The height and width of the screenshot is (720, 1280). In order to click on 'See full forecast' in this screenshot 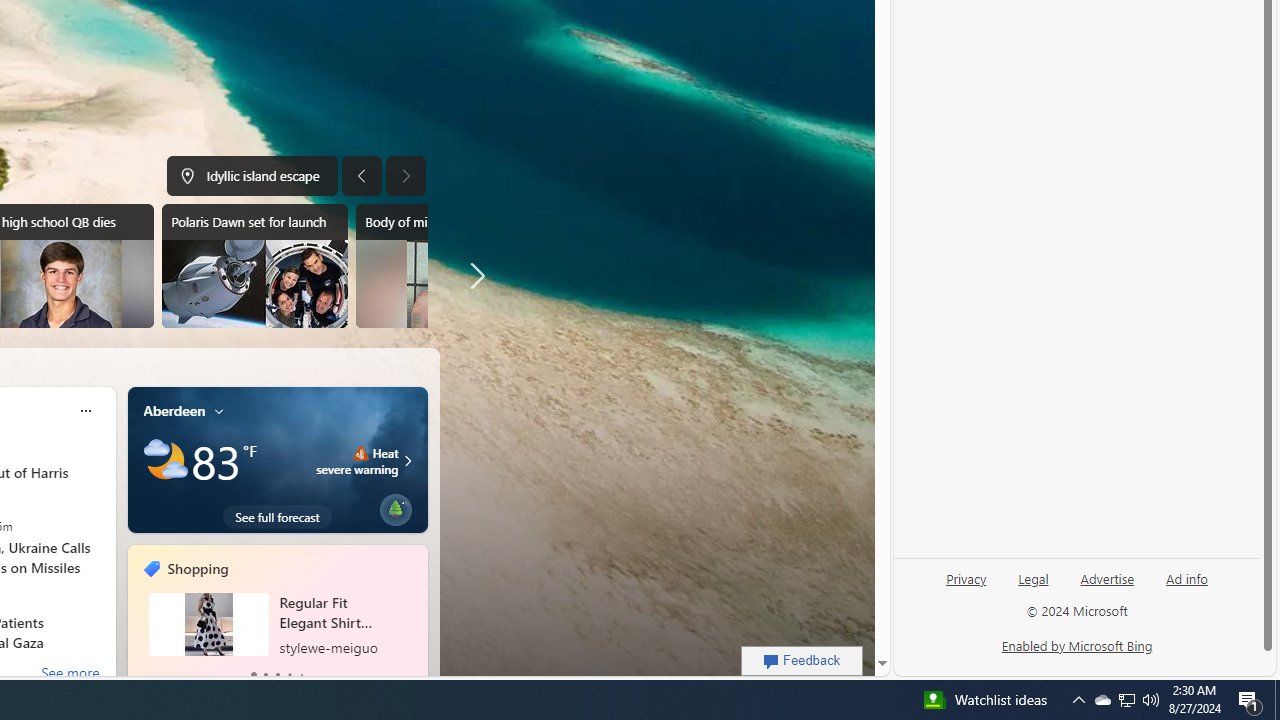, I will do `click(276, 515)`.